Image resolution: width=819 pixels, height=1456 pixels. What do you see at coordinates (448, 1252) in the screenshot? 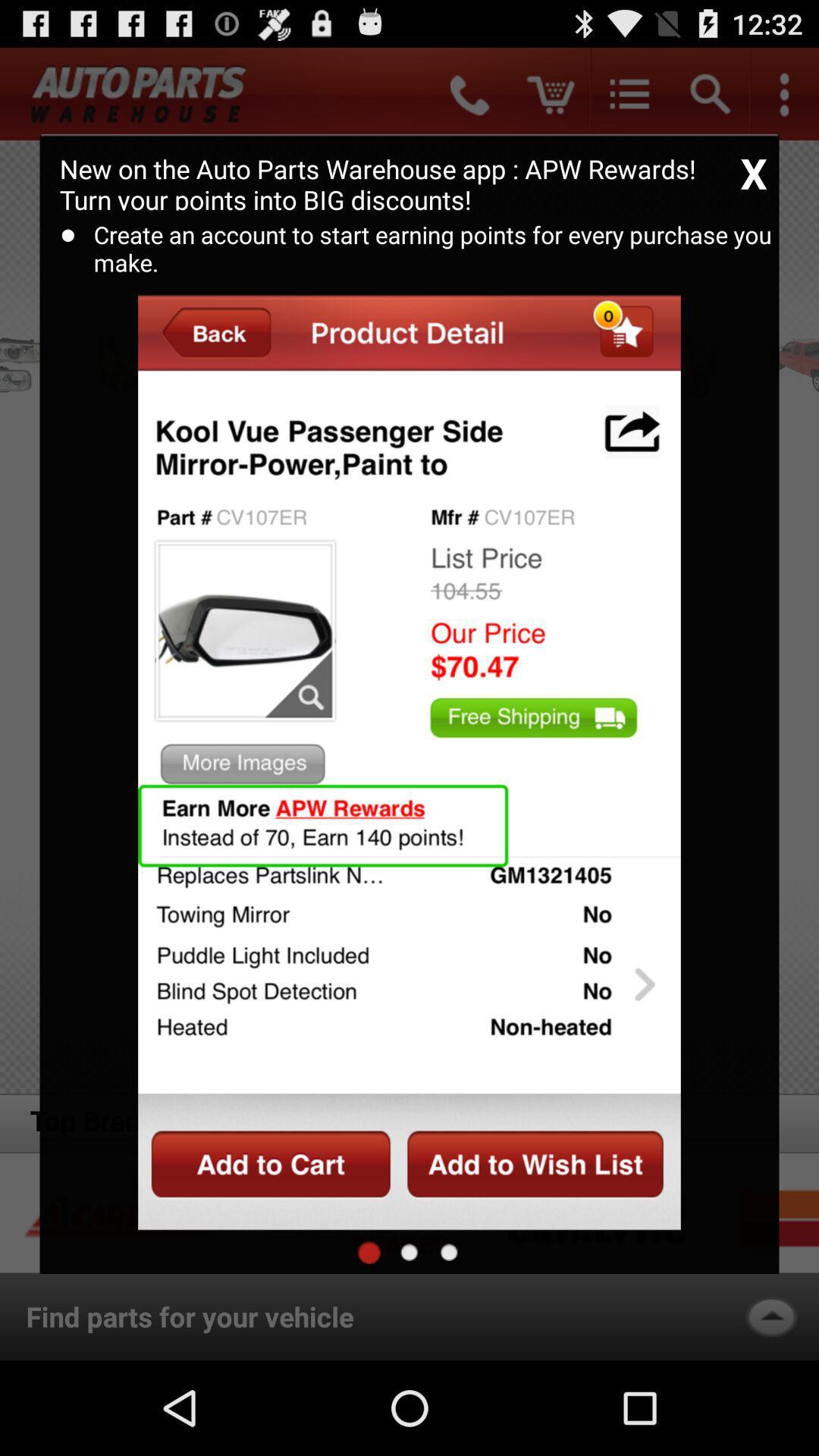
I see `third picture` at bounding box center [448, 1252].